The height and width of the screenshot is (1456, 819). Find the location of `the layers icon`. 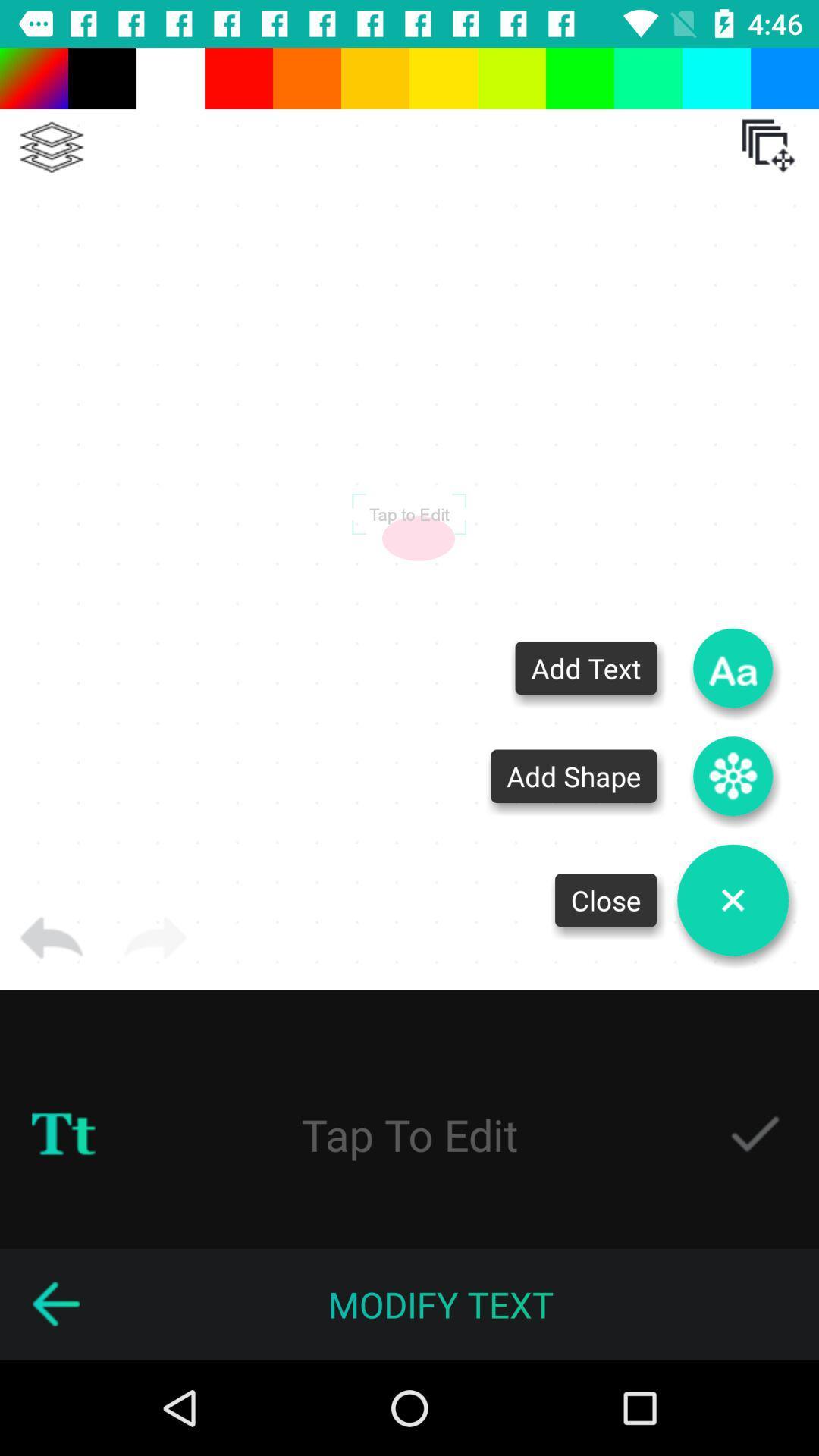

the layers icon is located at coordinates (51, 147).